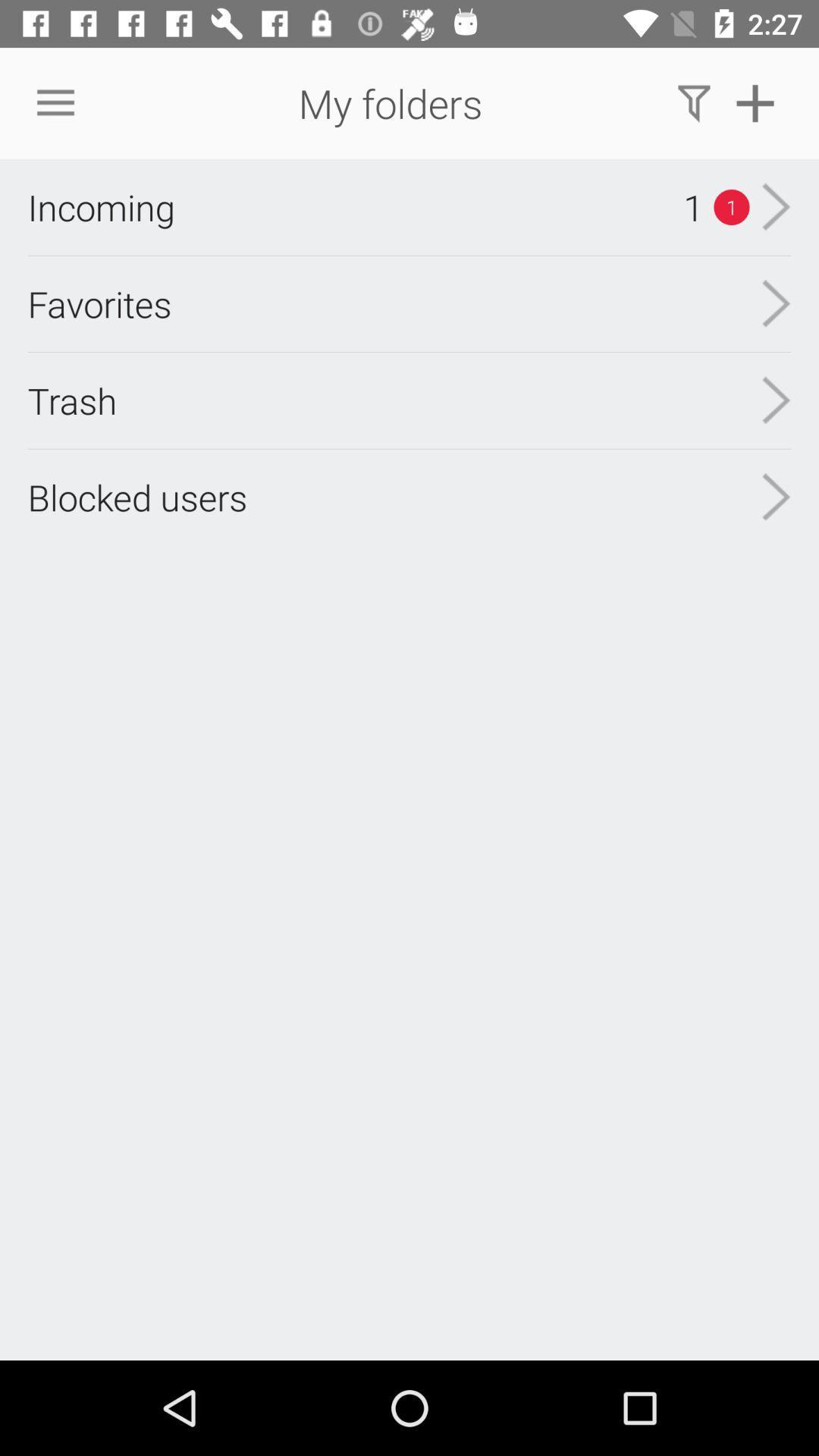 This screenshot has width=819, height=1456. What do you see at coordinates (101, 206) in the screenshot?
I see `the item above favorites` at bounding box center [101, 206].